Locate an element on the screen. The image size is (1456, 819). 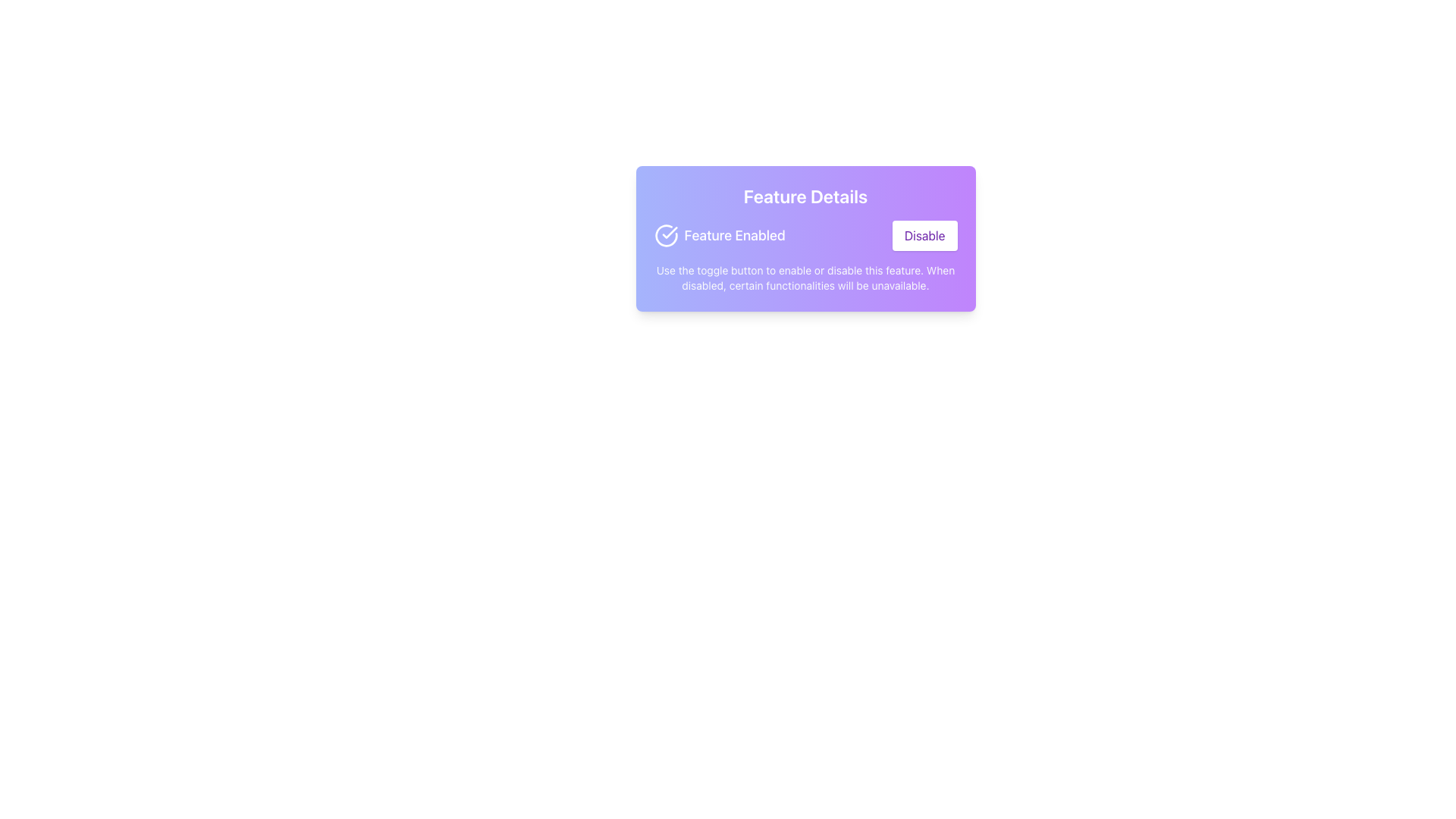
explanatory text located at the bottom section of the 'Feature Details' card, which provides information about the toggle button functionality and its implications is located at coordinates (805, 278).